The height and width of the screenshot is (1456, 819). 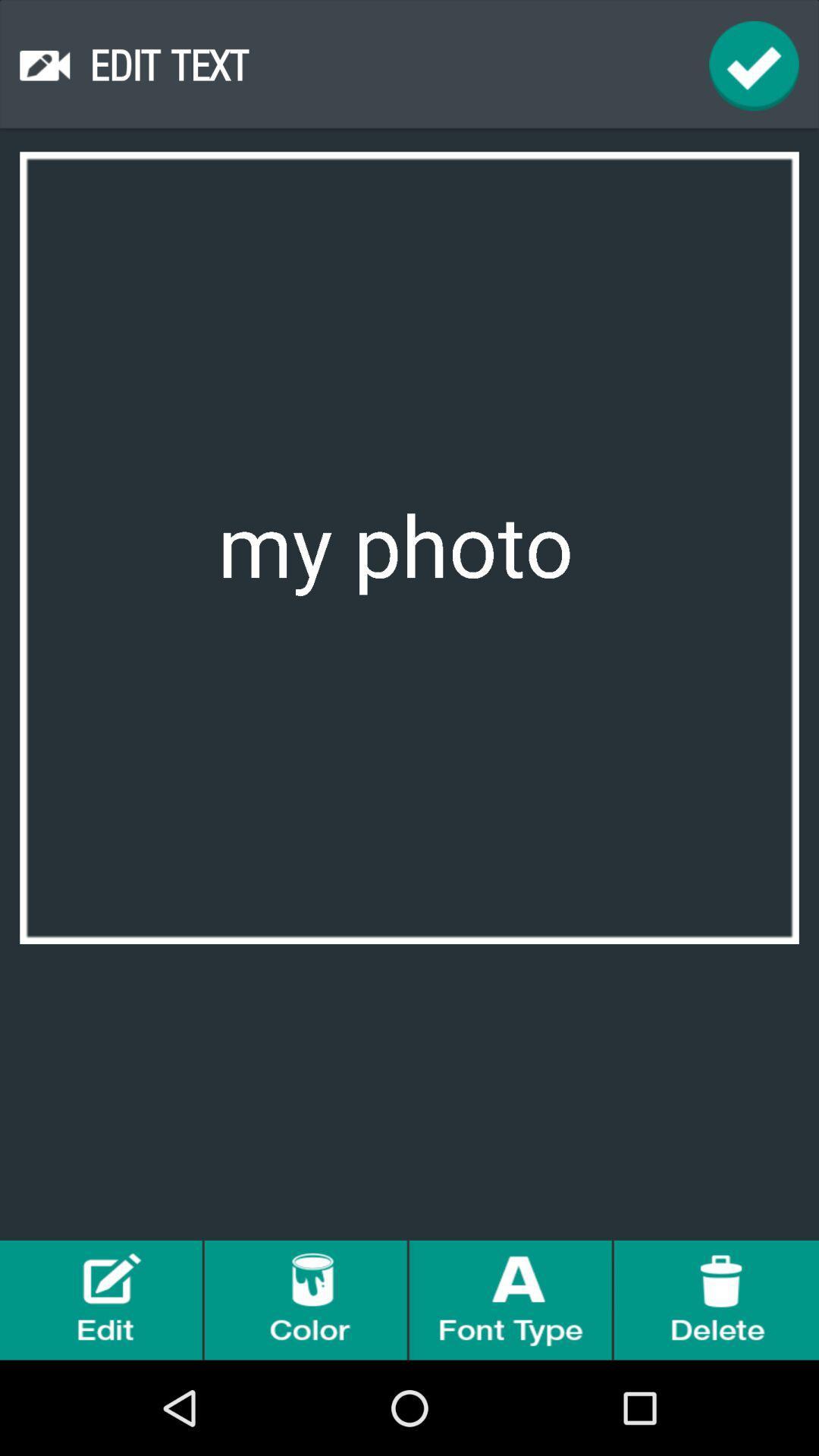 What do you see at coordinates (102, 1299) in the screenshot?
I see `edit` at bounding box center [102, 1299].